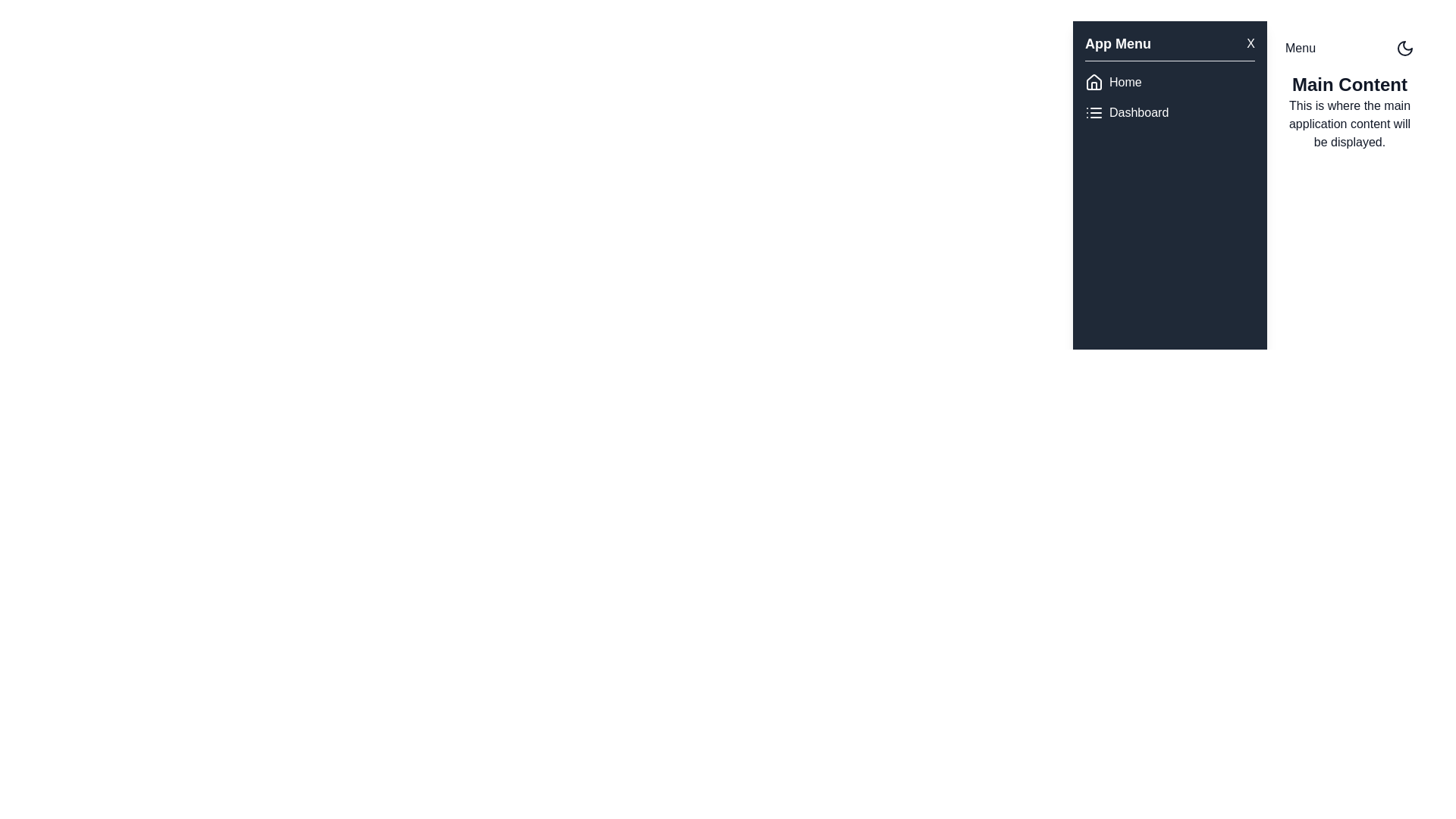 This screenshot has width=1456, height=819. I want to click on the crescent moon icon in the top-right corner of the interface, so click(1404, 48).